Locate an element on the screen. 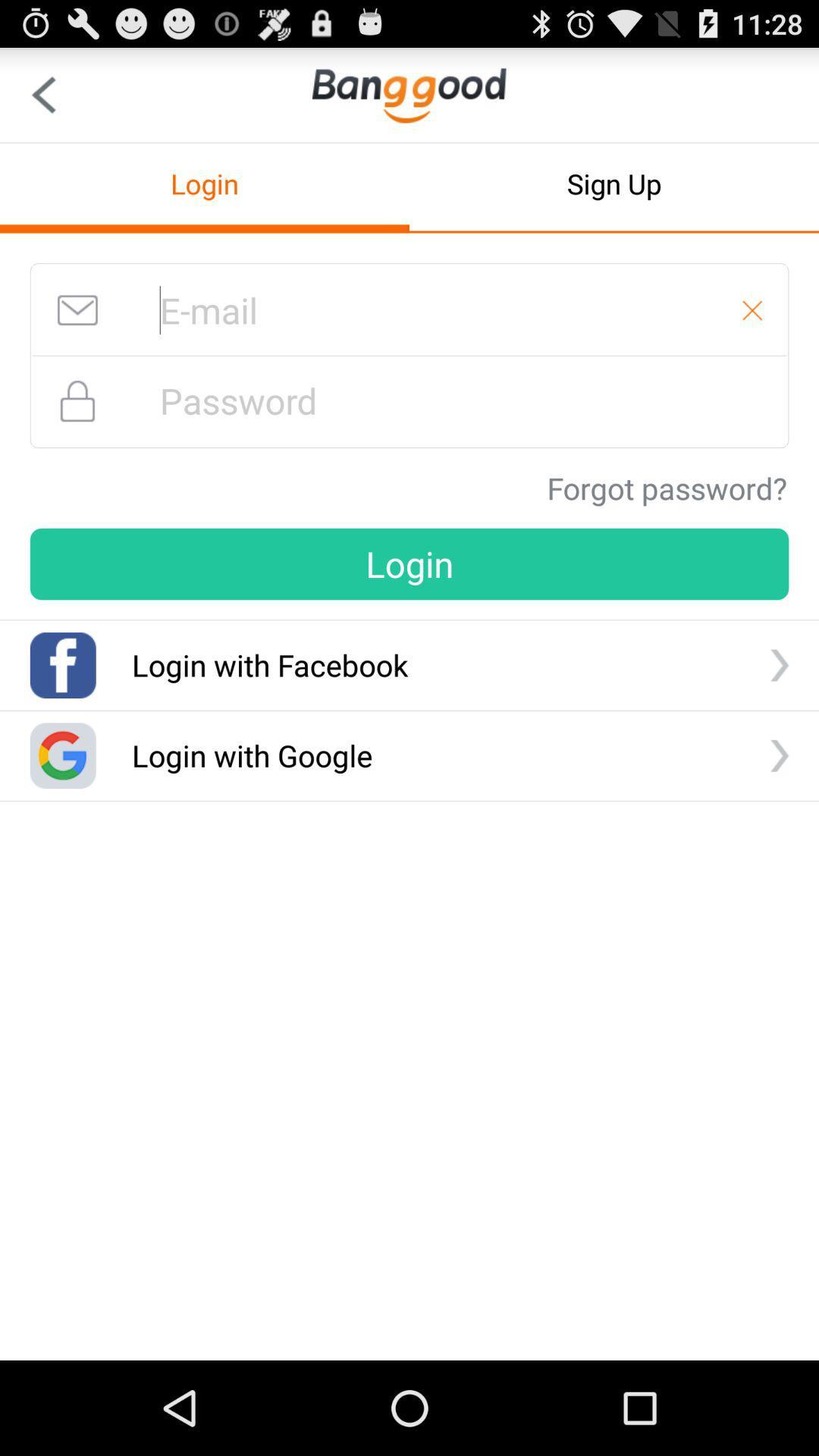  out email is located at coordinates (752, 309).